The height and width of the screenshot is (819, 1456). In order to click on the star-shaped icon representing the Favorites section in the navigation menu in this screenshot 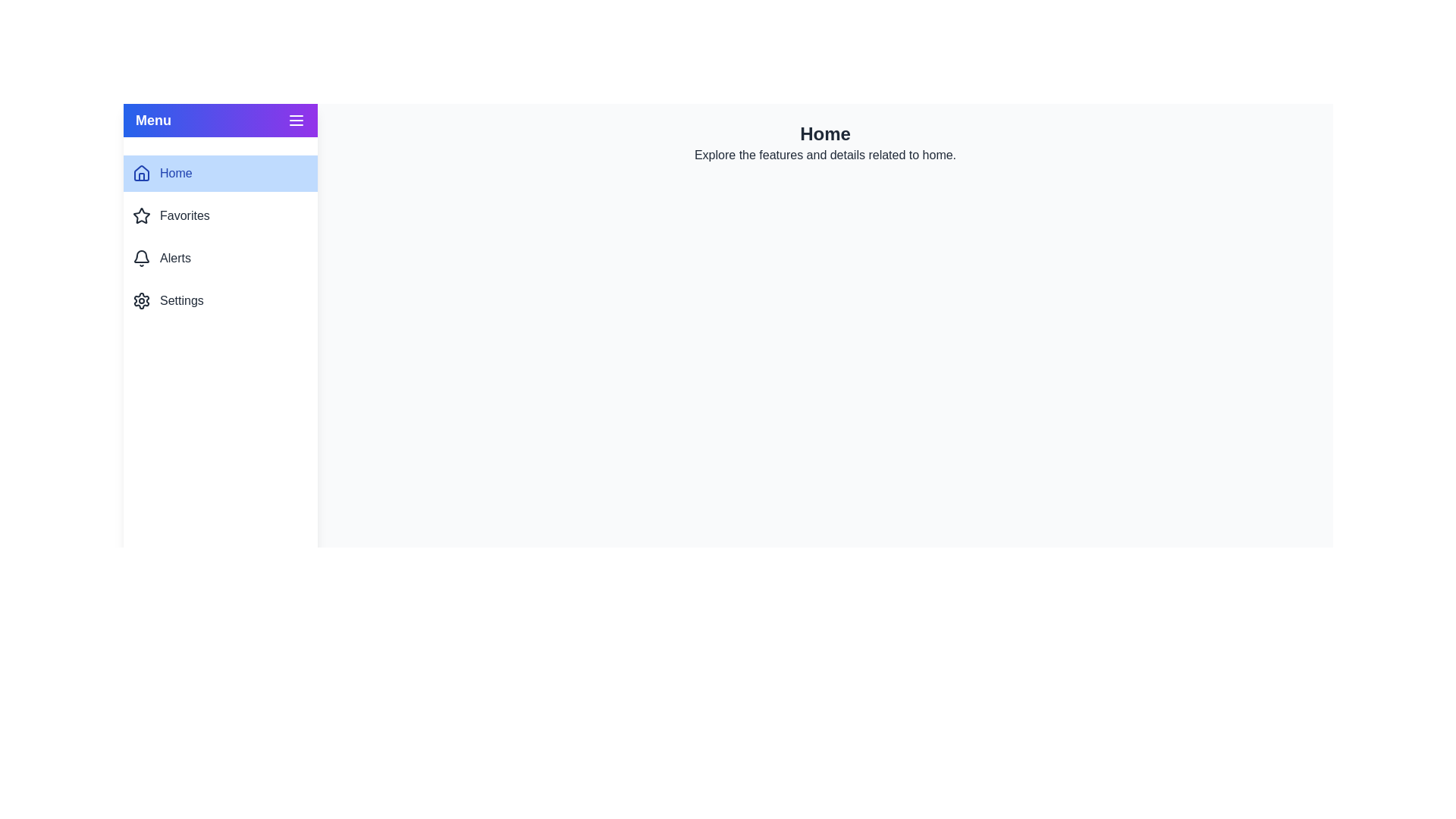, I will do `click(142, 215)`.